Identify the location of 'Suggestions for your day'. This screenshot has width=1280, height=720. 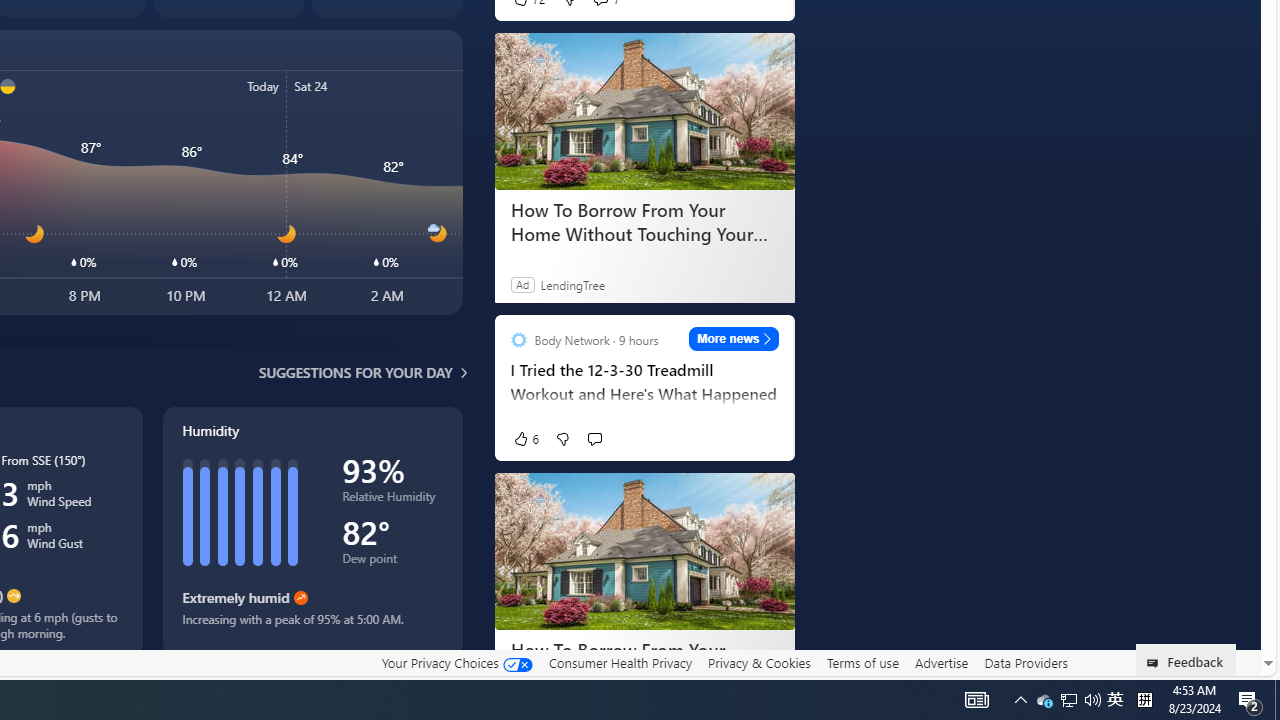
(355, 372).